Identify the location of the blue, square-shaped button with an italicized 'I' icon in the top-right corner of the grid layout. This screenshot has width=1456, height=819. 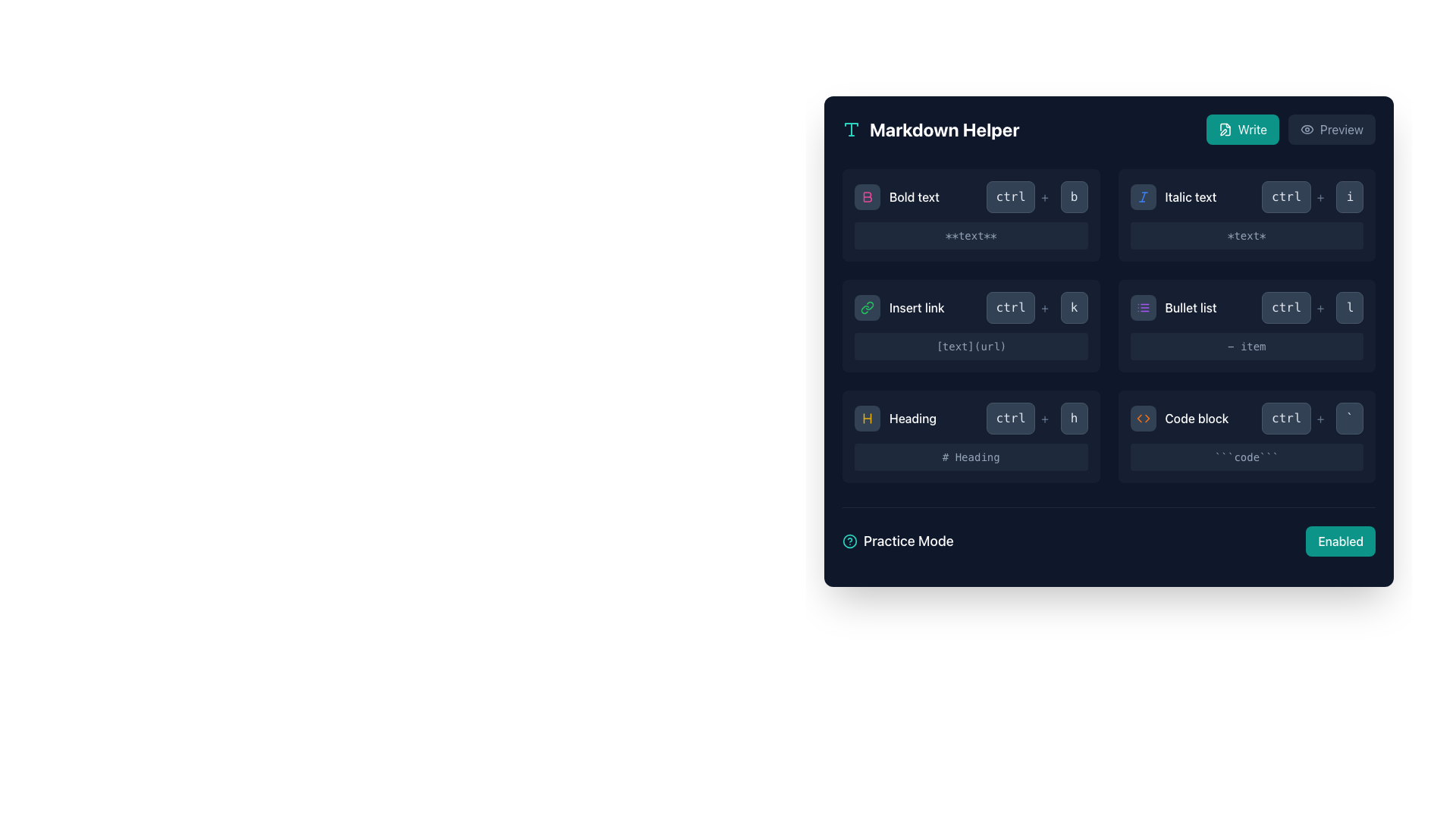
(1143, 196).